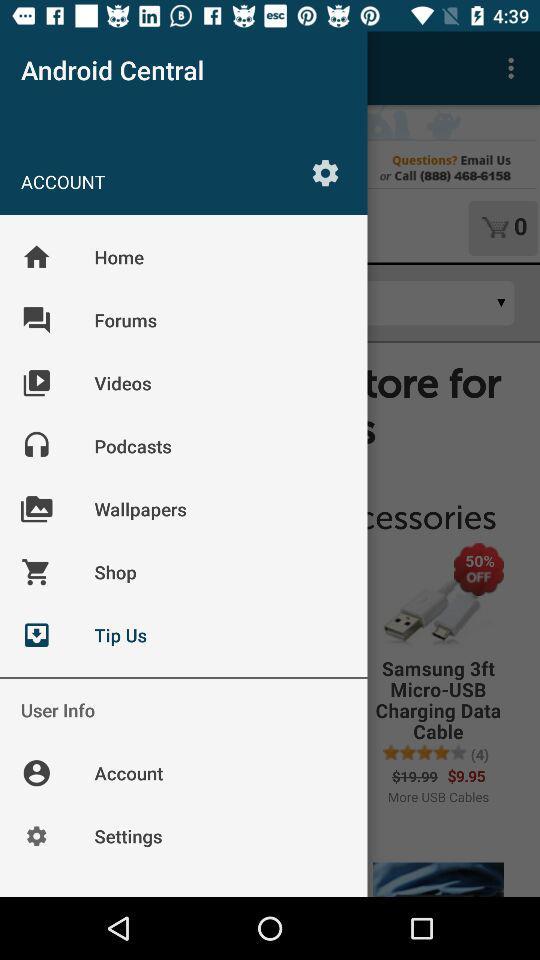  Describe the element at coordinates (325, 171) in the screenshot. I see `the setting icon` at that location.